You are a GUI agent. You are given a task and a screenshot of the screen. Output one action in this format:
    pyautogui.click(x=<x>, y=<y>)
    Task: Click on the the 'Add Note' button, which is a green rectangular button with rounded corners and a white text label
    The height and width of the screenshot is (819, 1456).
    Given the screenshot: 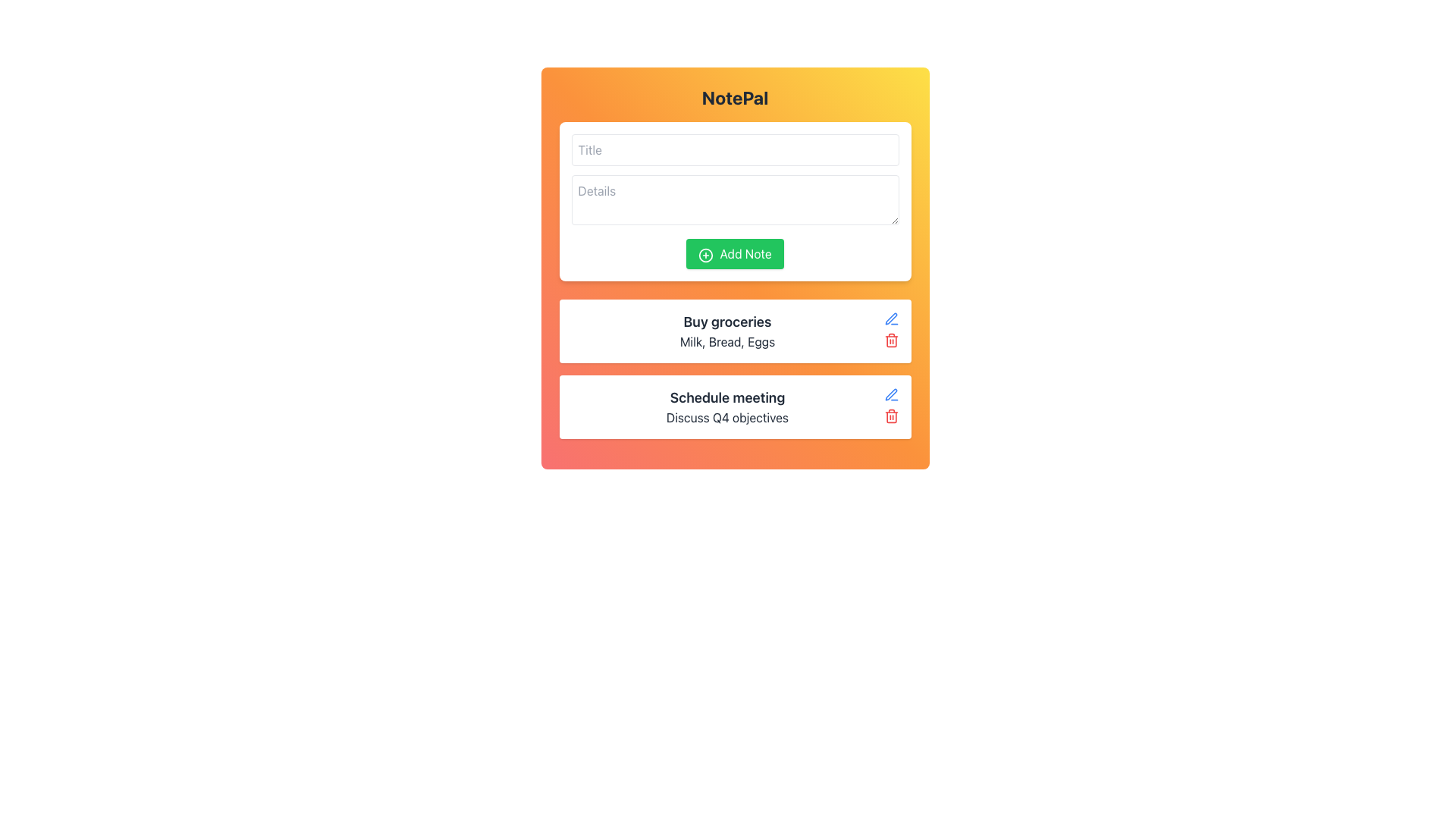 What is the action you would take?
    pyautogui.click(x=735, y=253)
    